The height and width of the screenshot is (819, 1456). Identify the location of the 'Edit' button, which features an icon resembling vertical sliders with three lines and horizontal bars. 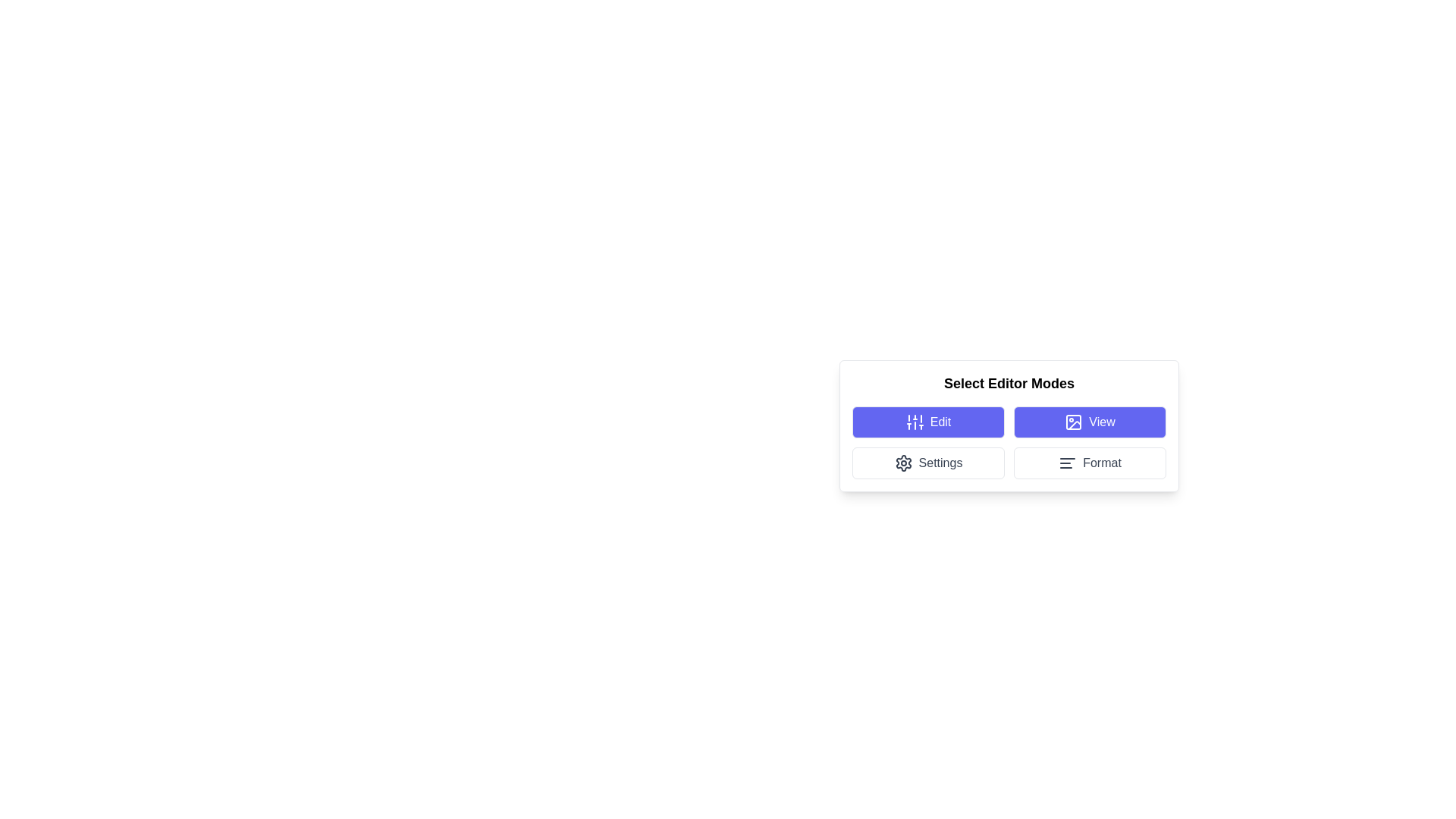
(914, 422).